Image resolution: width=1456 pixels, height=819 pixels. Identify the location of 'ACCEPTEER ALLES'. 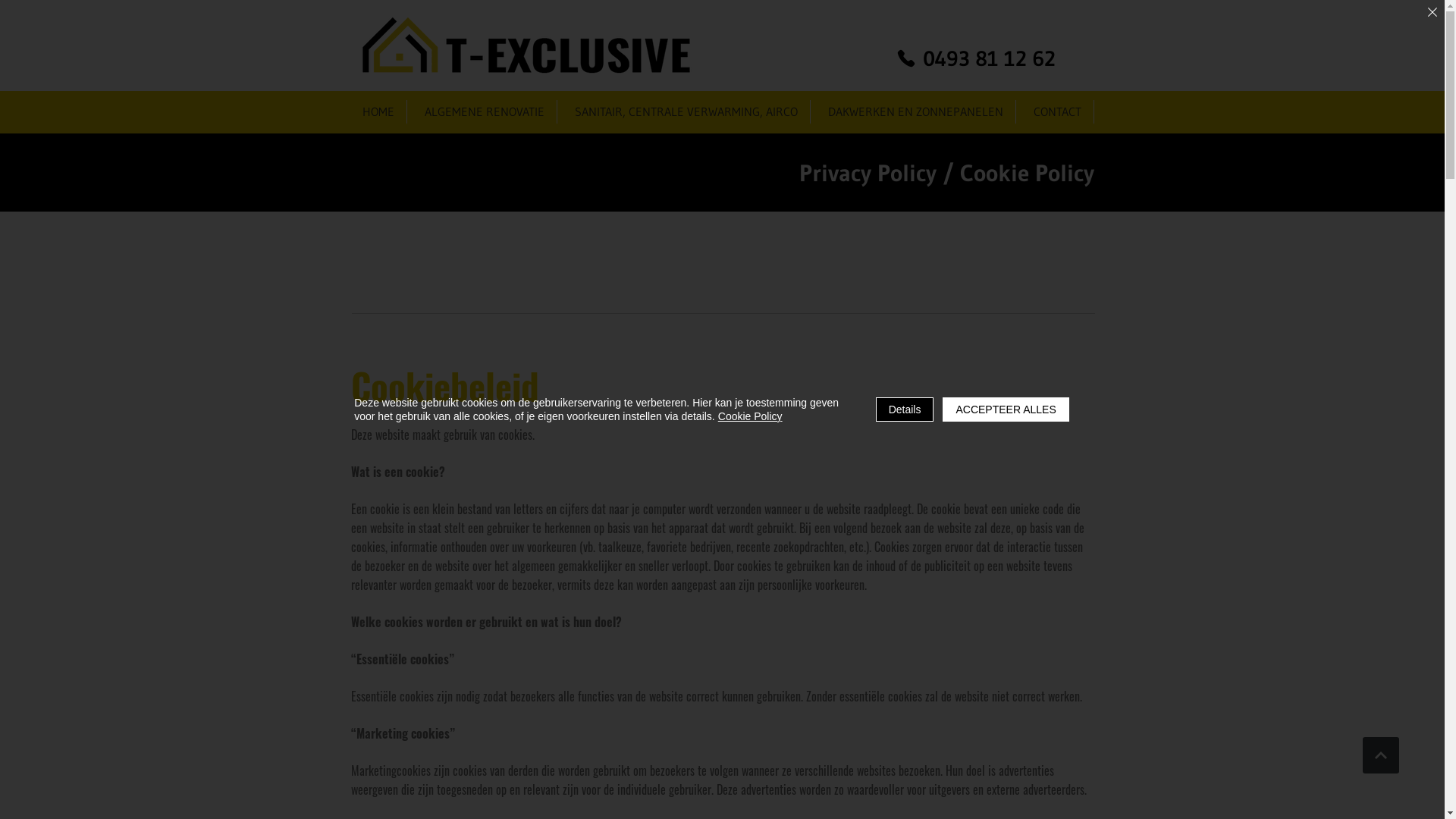
(1005, 409).